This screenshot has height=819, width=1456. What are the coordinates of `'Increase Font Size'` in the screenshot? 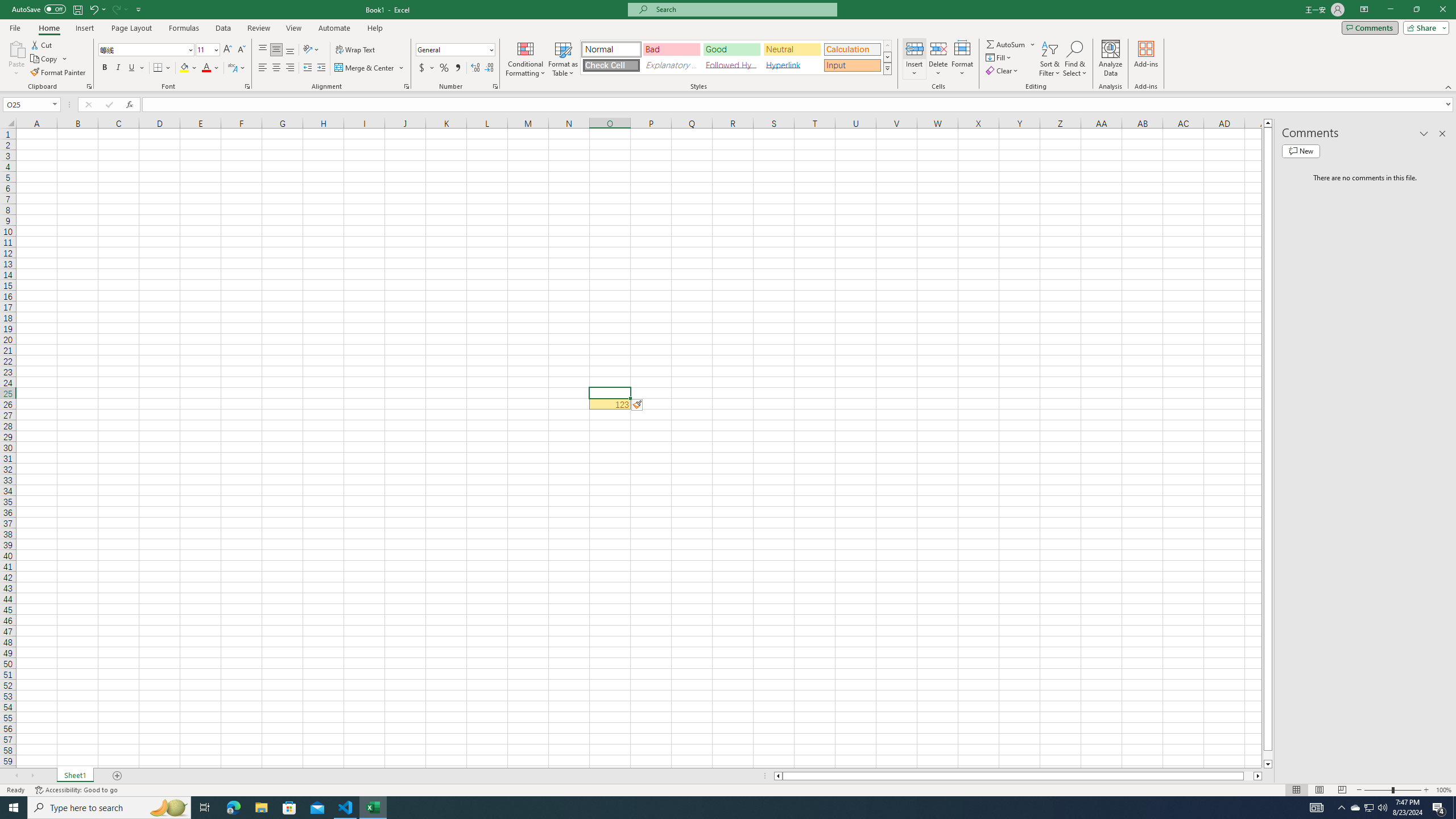 It's located at (227, 49).